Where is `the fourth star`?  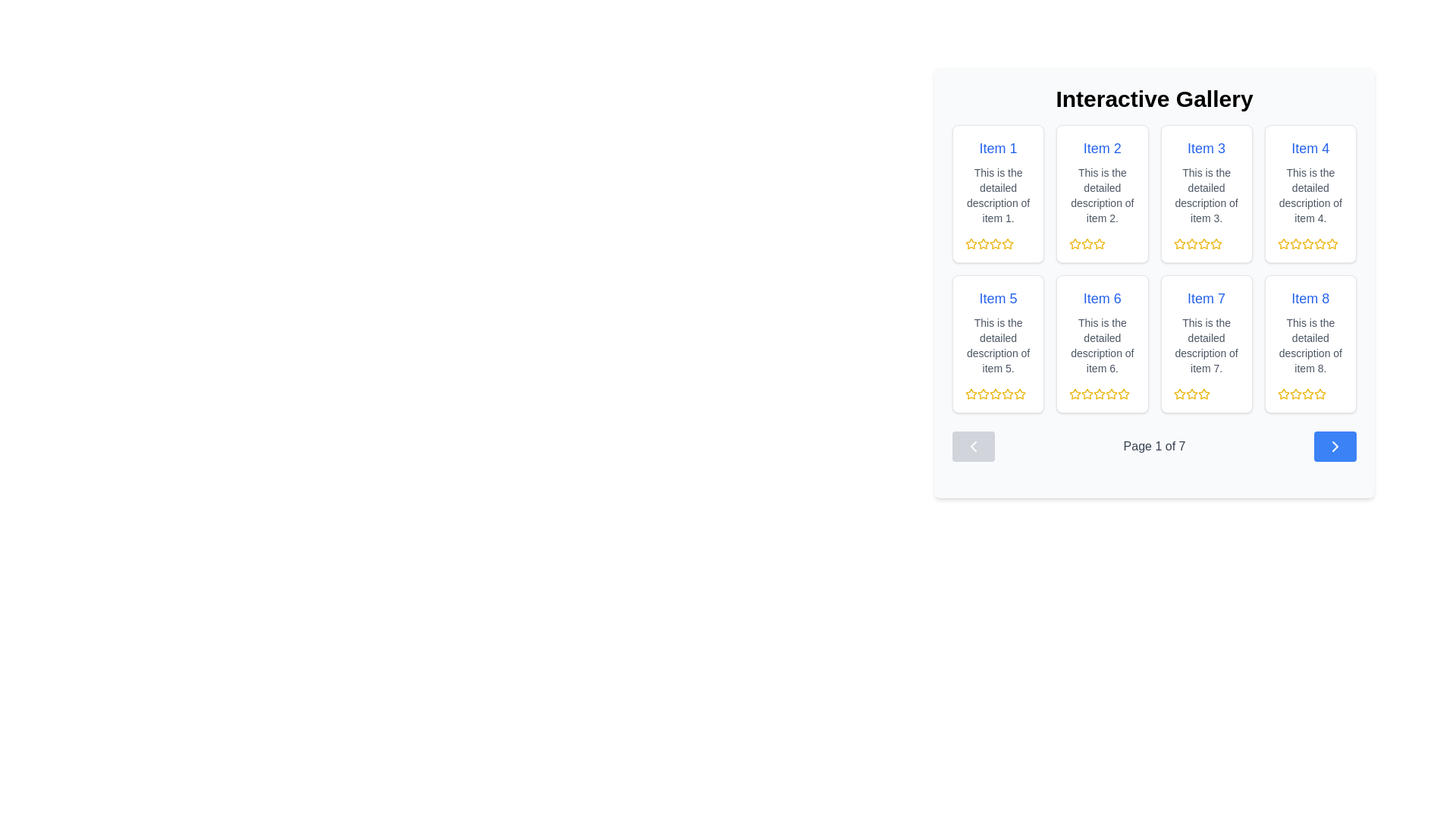
the fourth star is located at coordinates (1319, 393).